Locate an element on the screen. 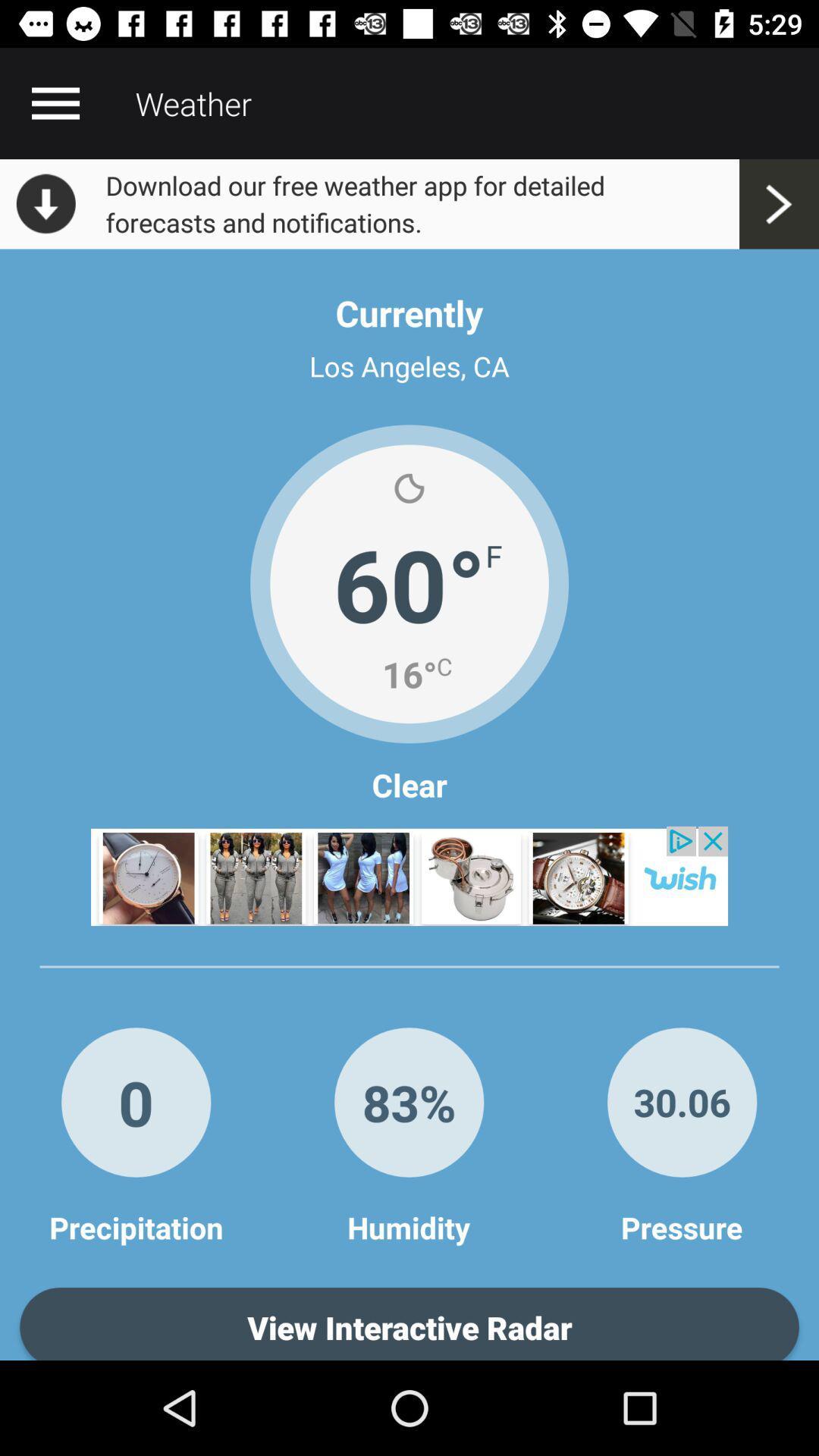  the menu icon is located at coordinates (55, 102).